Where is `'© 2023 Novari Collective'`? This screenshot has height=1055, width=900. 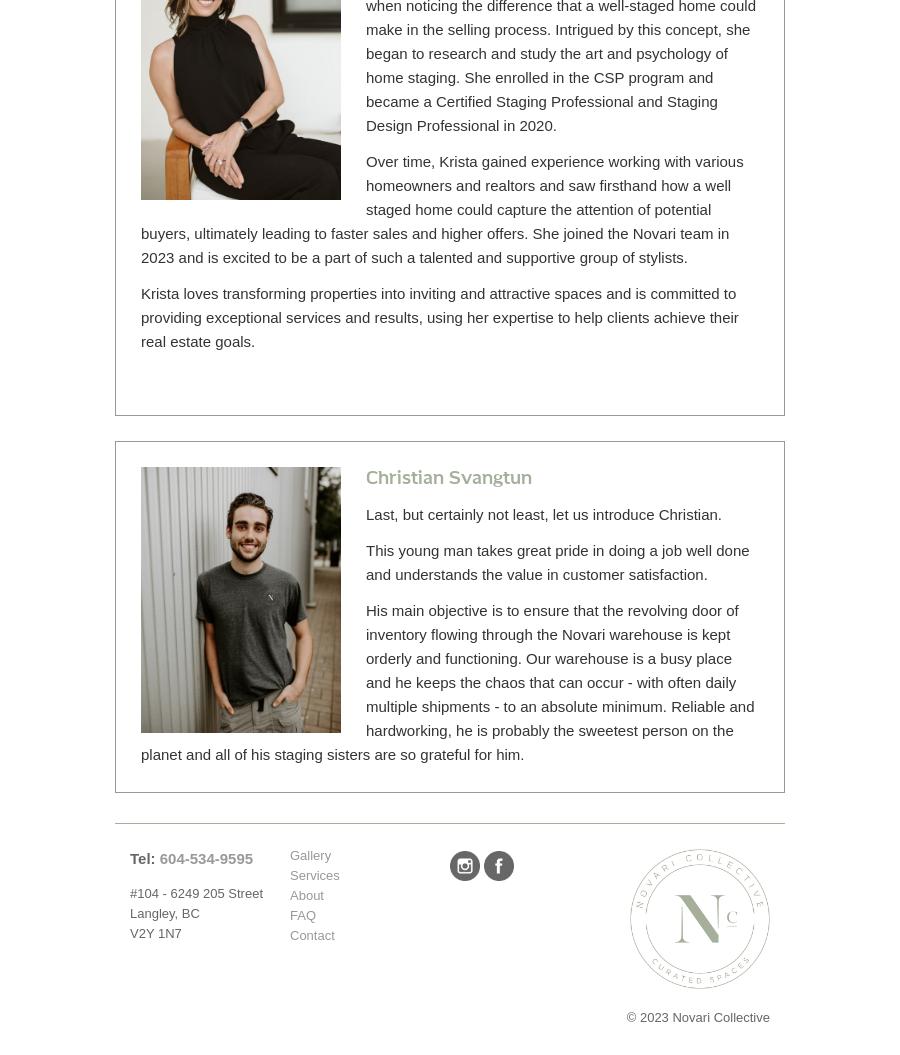 '© 2023 Novari Collective' is located at coordinates (697, 1016).